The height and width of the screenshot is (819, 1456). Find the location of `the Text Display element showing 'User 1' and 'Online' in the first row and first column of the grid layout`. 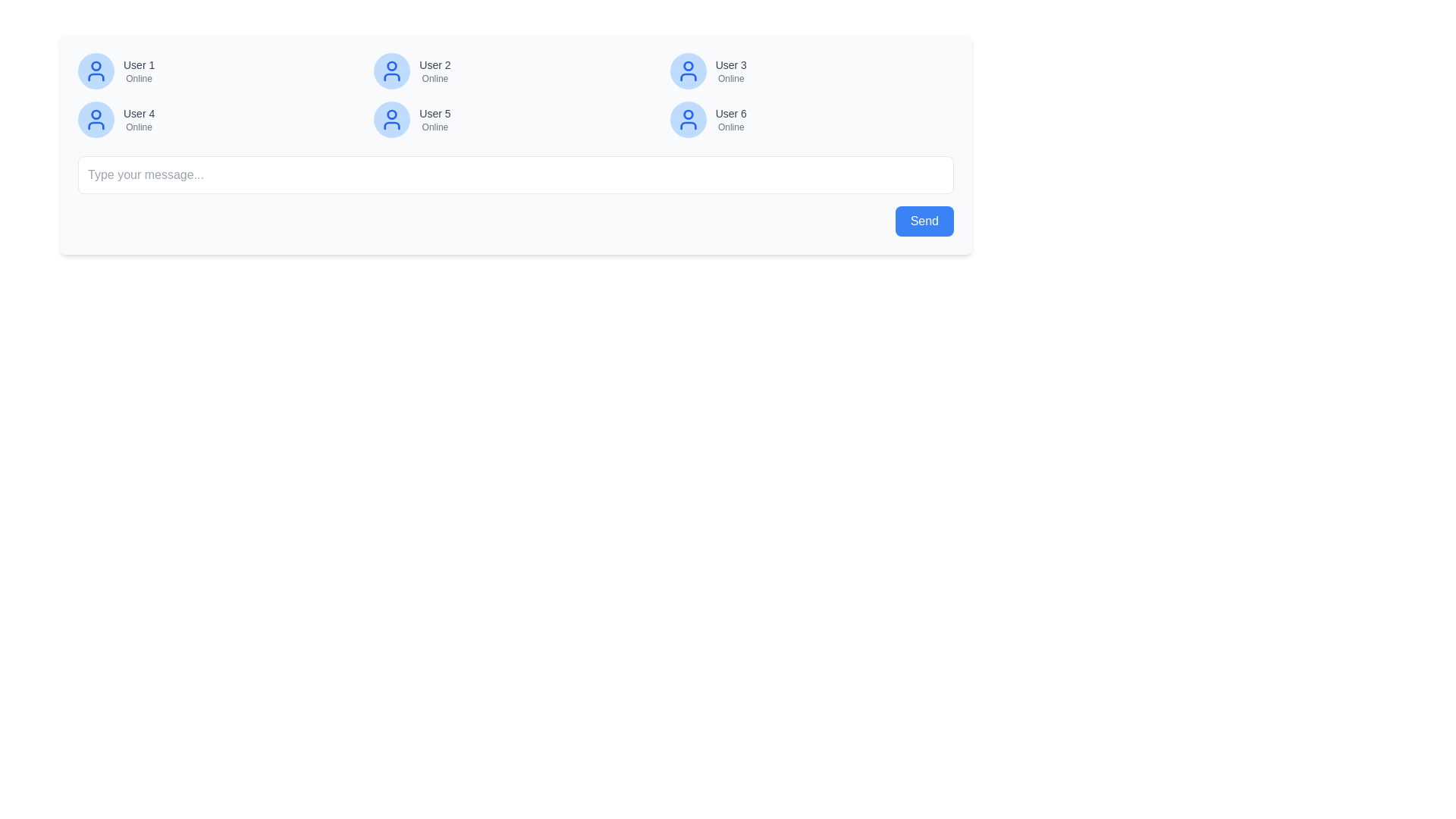

the Text Display element showing 'User 1' and 'Online' in the first row and first column of the grid layout is located at coordinates (139, 71).